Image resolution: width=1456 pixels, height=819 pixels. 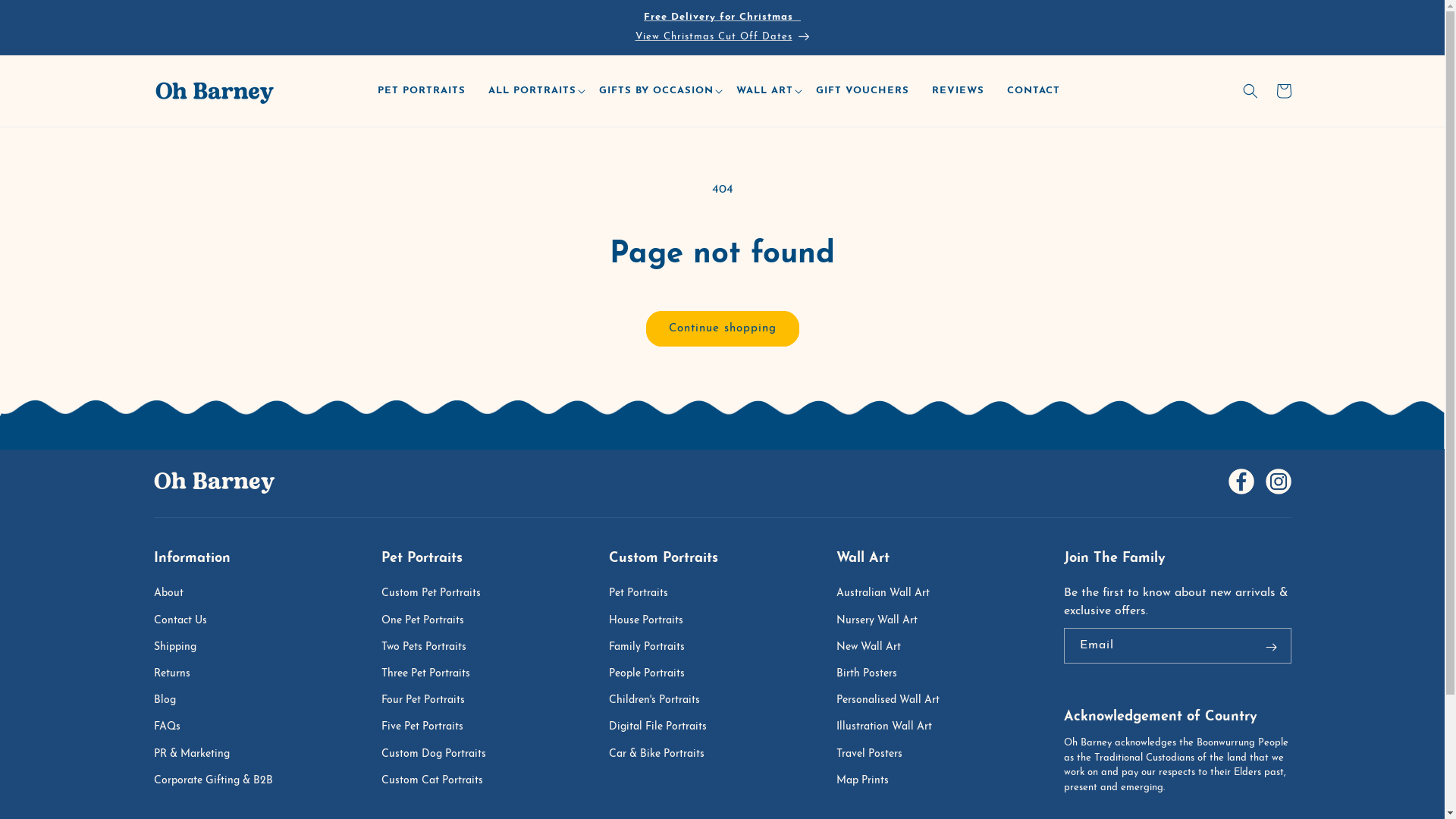 I want to click on 'Custom Dog Portraits', so click(x=381, y=754).